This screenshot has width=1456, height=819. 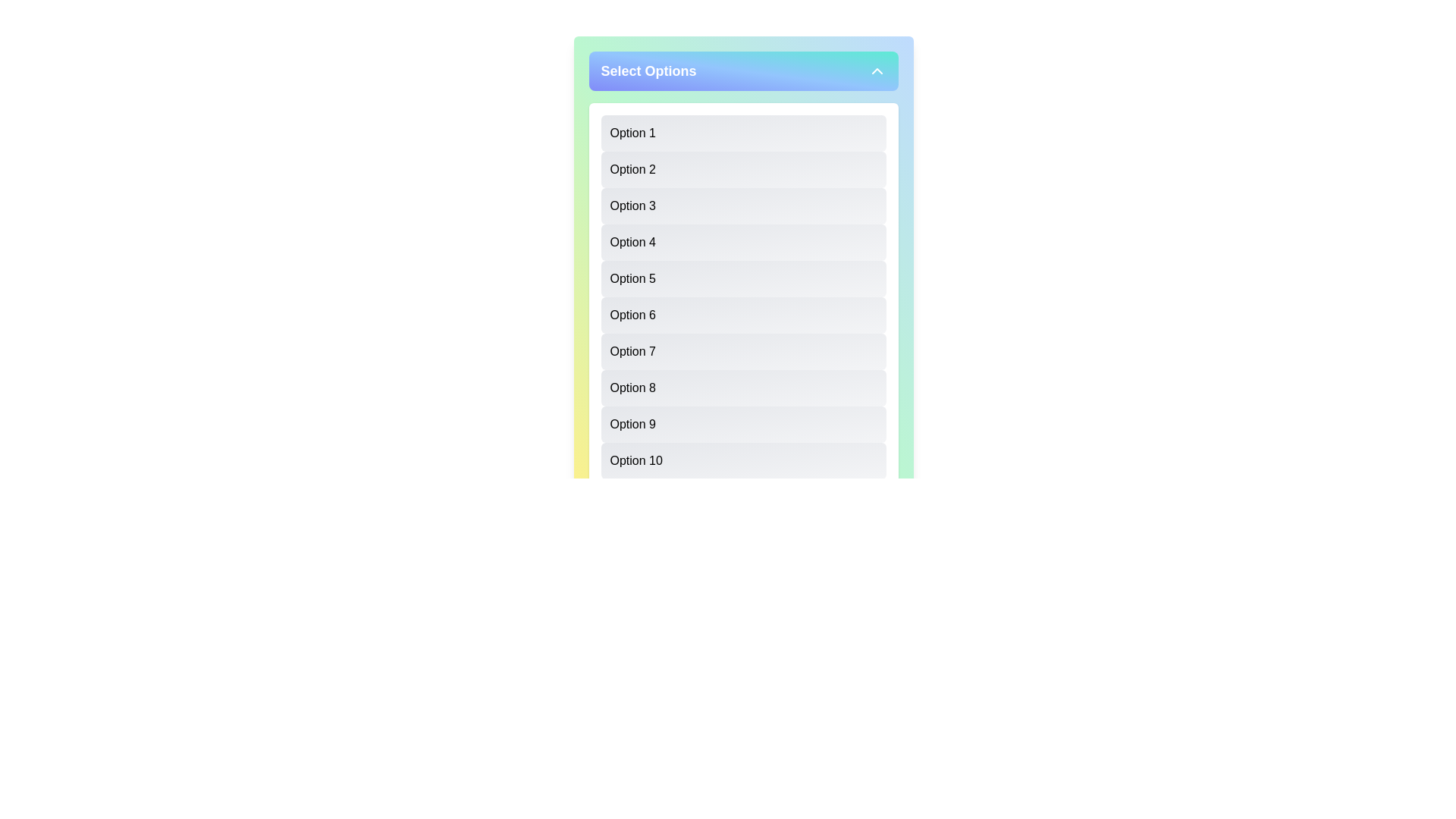 I want to click on the 'Option 2' button-like list item, which is a horizontal rectangular box with rounded corners and a gradient background, so click(x=743, y=169).